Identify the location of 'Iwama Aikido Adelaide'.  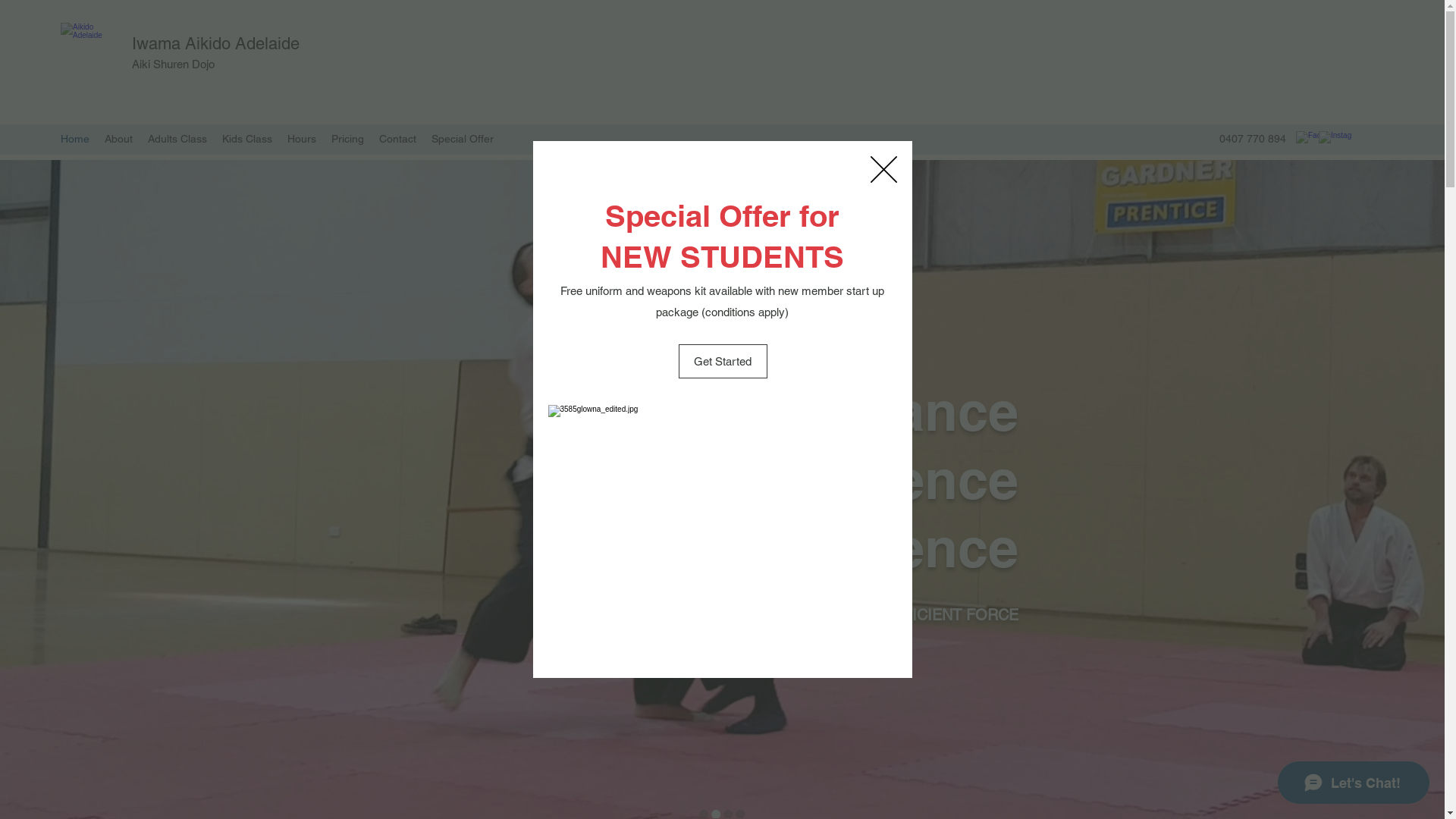
(131, 42).